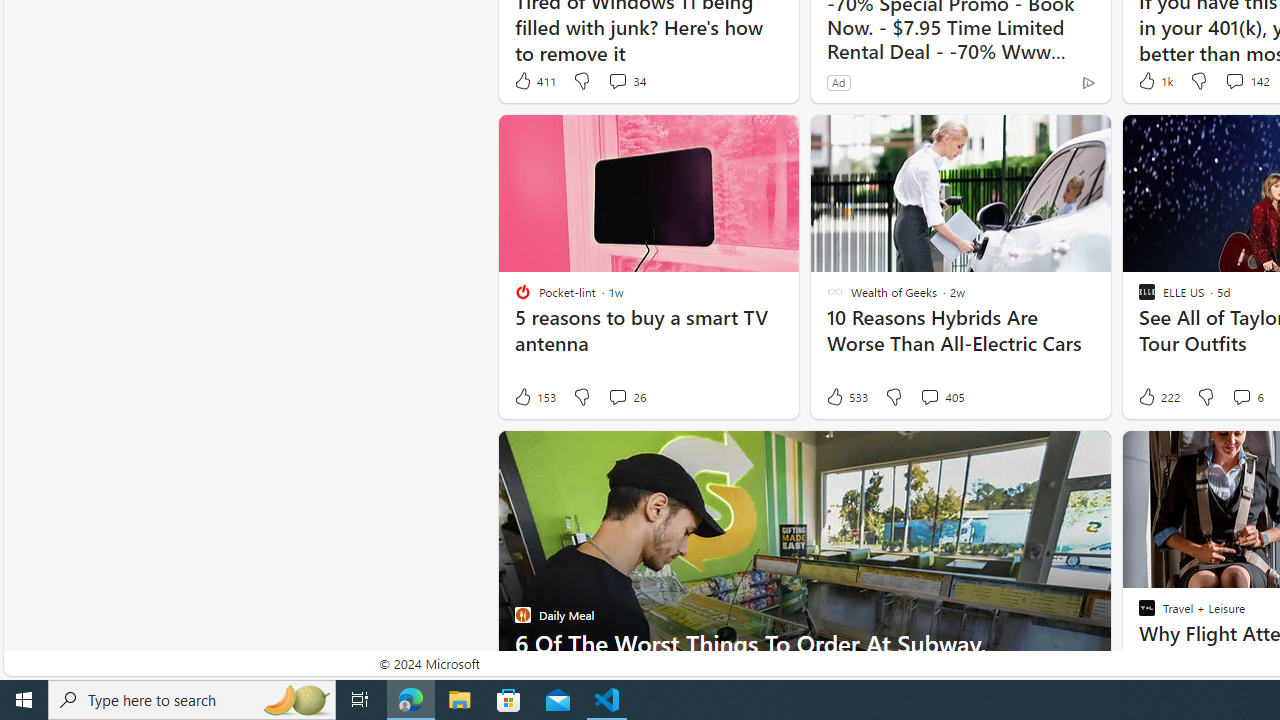 This screenshot has height=720, width=1280. What do you see at coordinates (1157, 397) in the screenshot?
I see `'222 Like'` at bounding box center [1157, 397].